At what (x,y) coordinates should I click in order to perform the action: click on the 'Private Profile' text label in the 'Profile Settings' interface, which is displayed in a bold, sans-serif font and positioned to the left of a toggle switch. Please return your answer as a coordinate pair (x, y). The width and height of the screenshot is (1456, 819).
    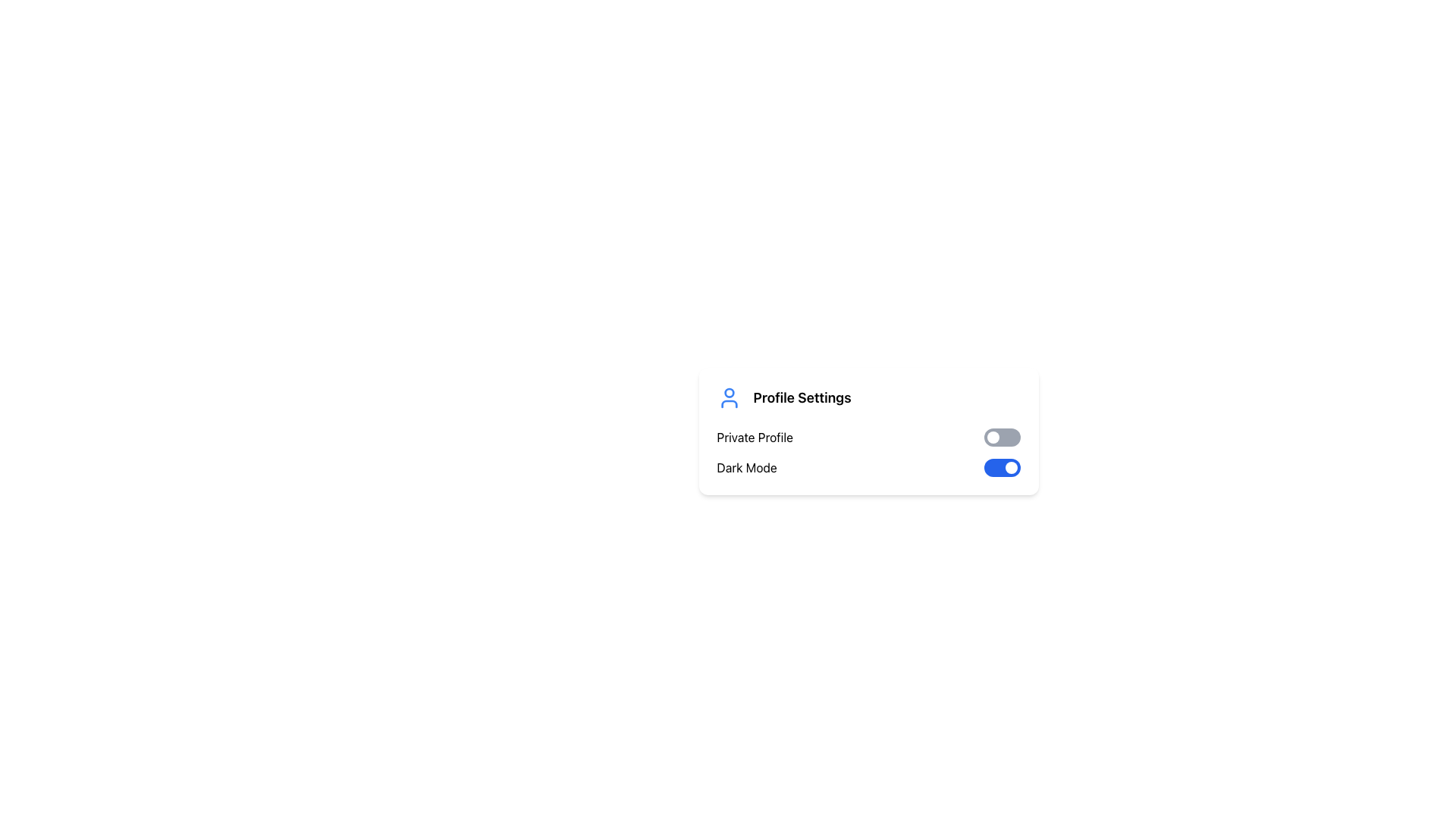
    Looking at the image, I should click on (755, 438).